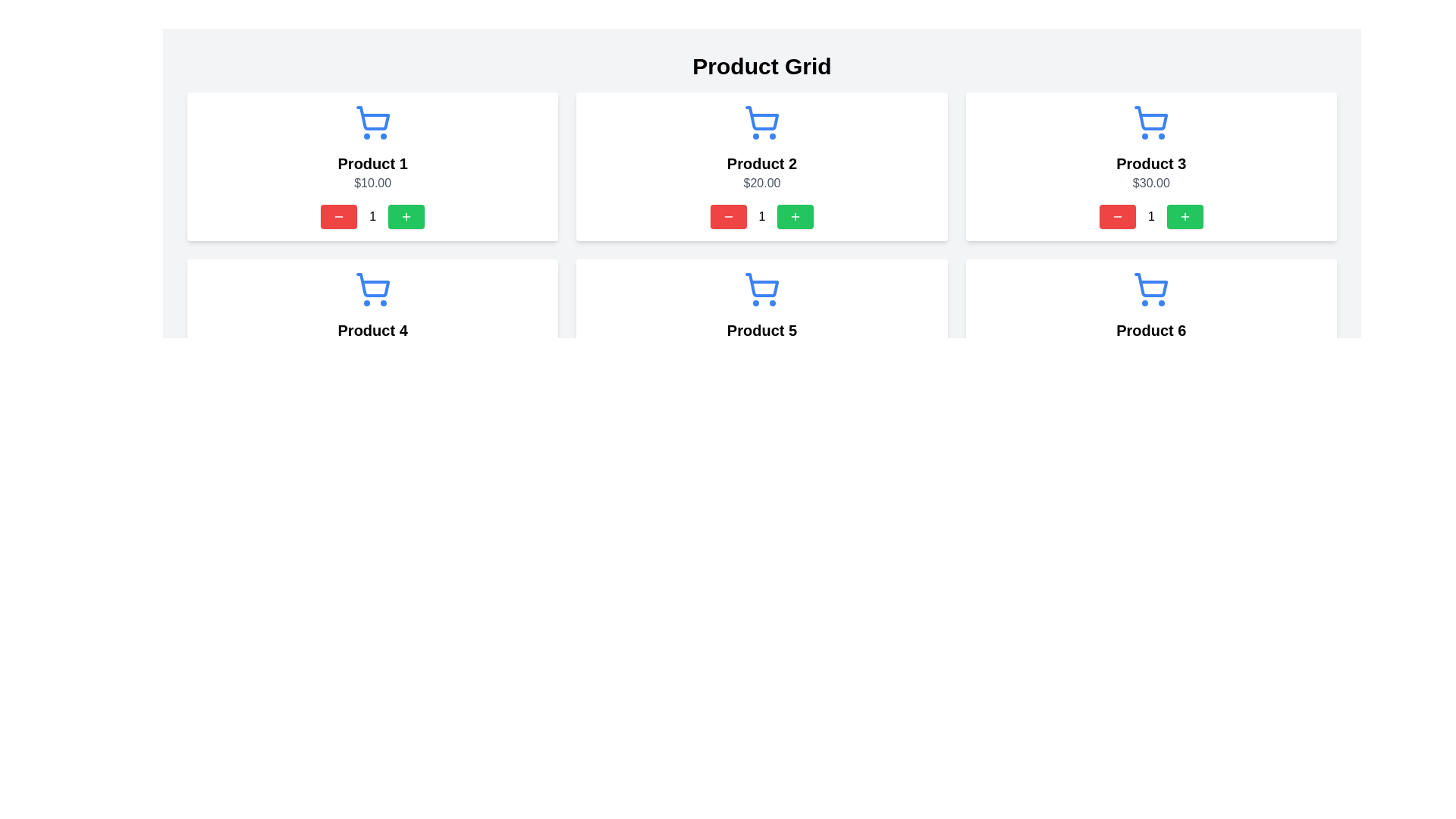  Describe the element at coordinates (372, 216) in the screenshot. I see `the numeral '1' displayed in a sans-serif font, which is centrally positioned between the red decrement button and the green increment button in the product card titled 'Product 1'` at that location.